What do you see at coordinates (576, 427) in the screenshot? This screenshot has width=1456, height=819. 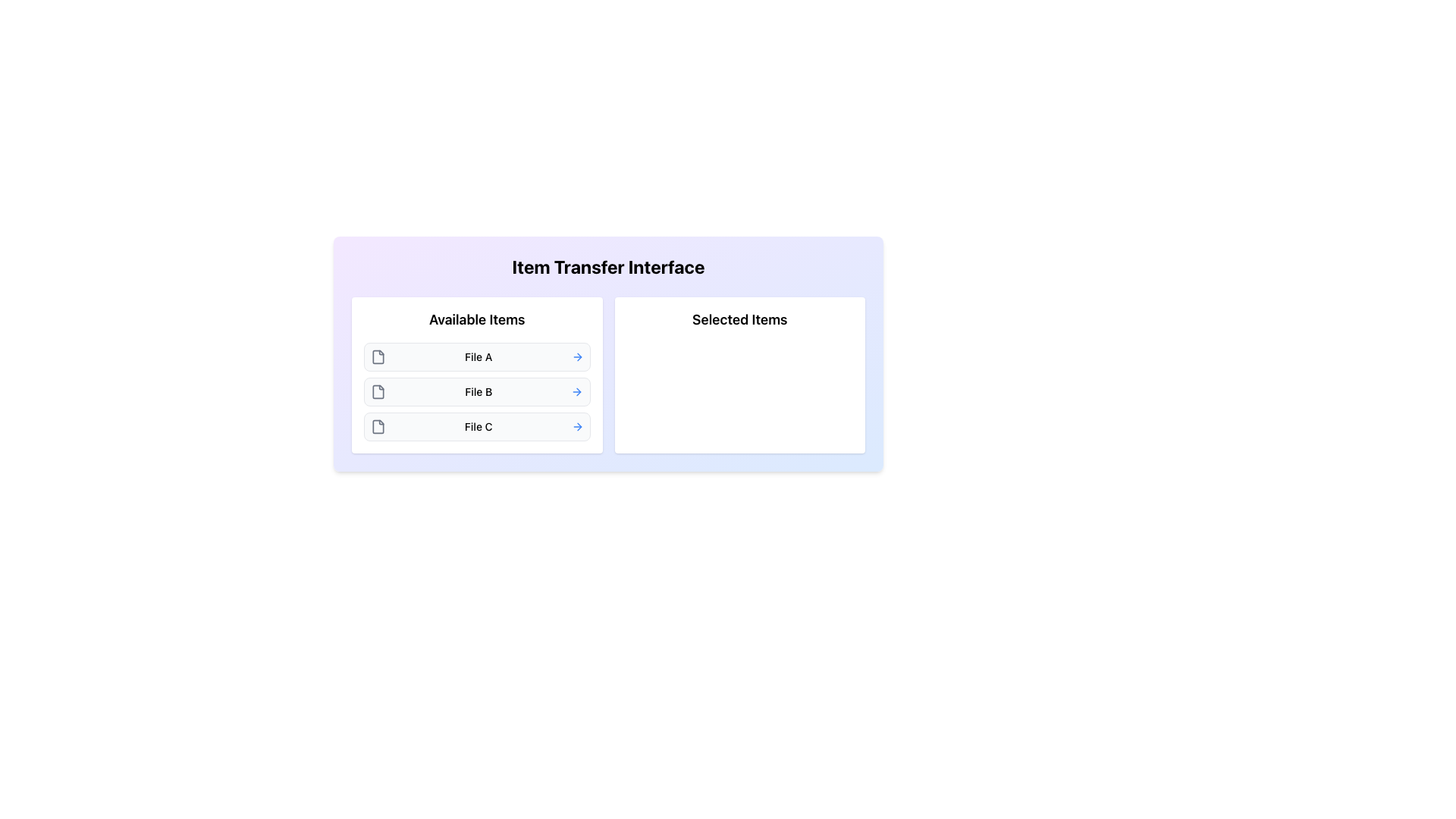 I see `the interactive icon resembling a forward arrow, which is styled in blue and located on the far right inside the box labeled 'File C' in the 'Available Items' list` at bounding box center [576, 427].